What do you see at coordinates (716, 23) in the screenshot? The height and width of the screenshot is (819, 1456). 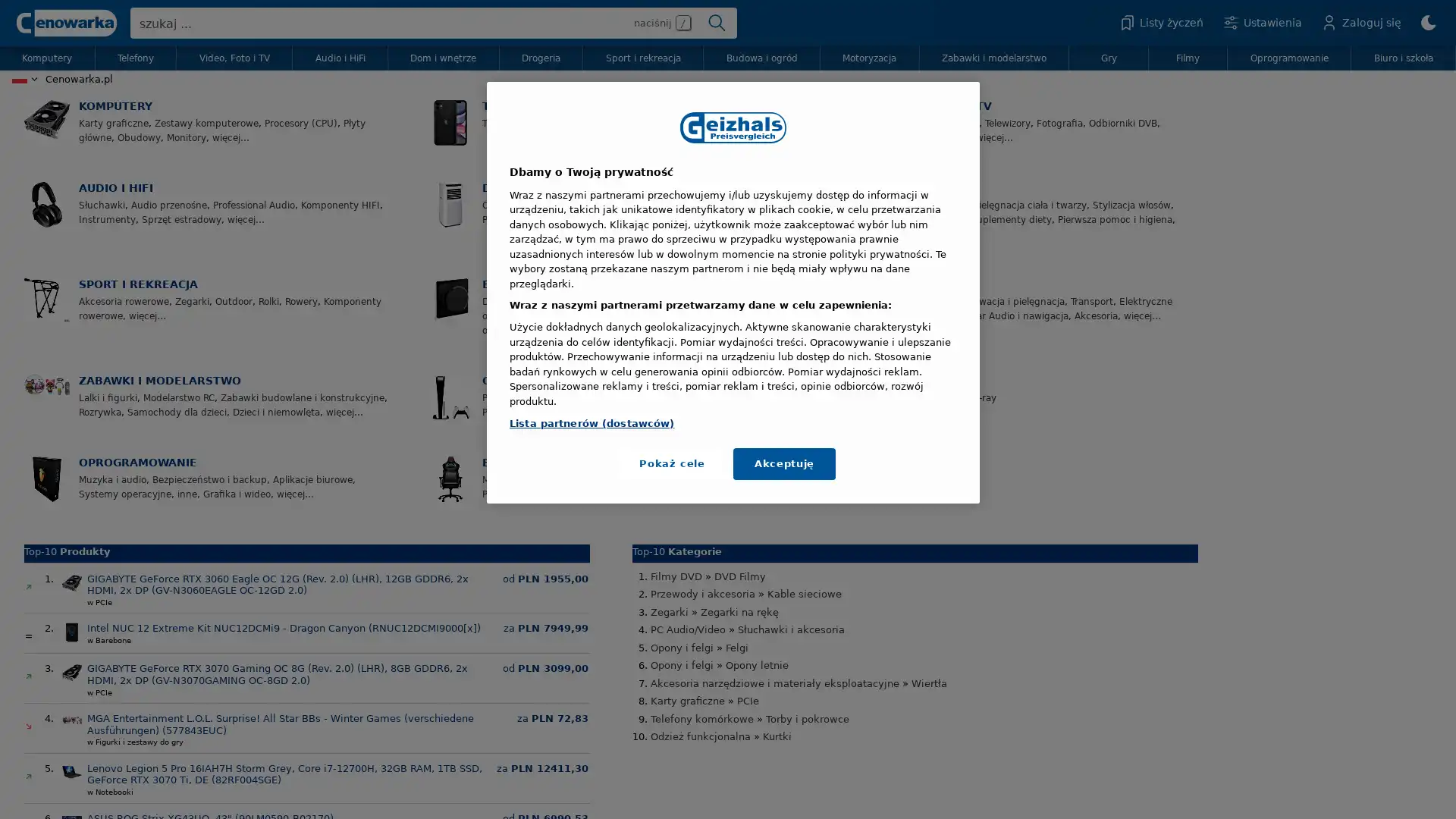 I see `Suchen` at bounding box center [716, 23].